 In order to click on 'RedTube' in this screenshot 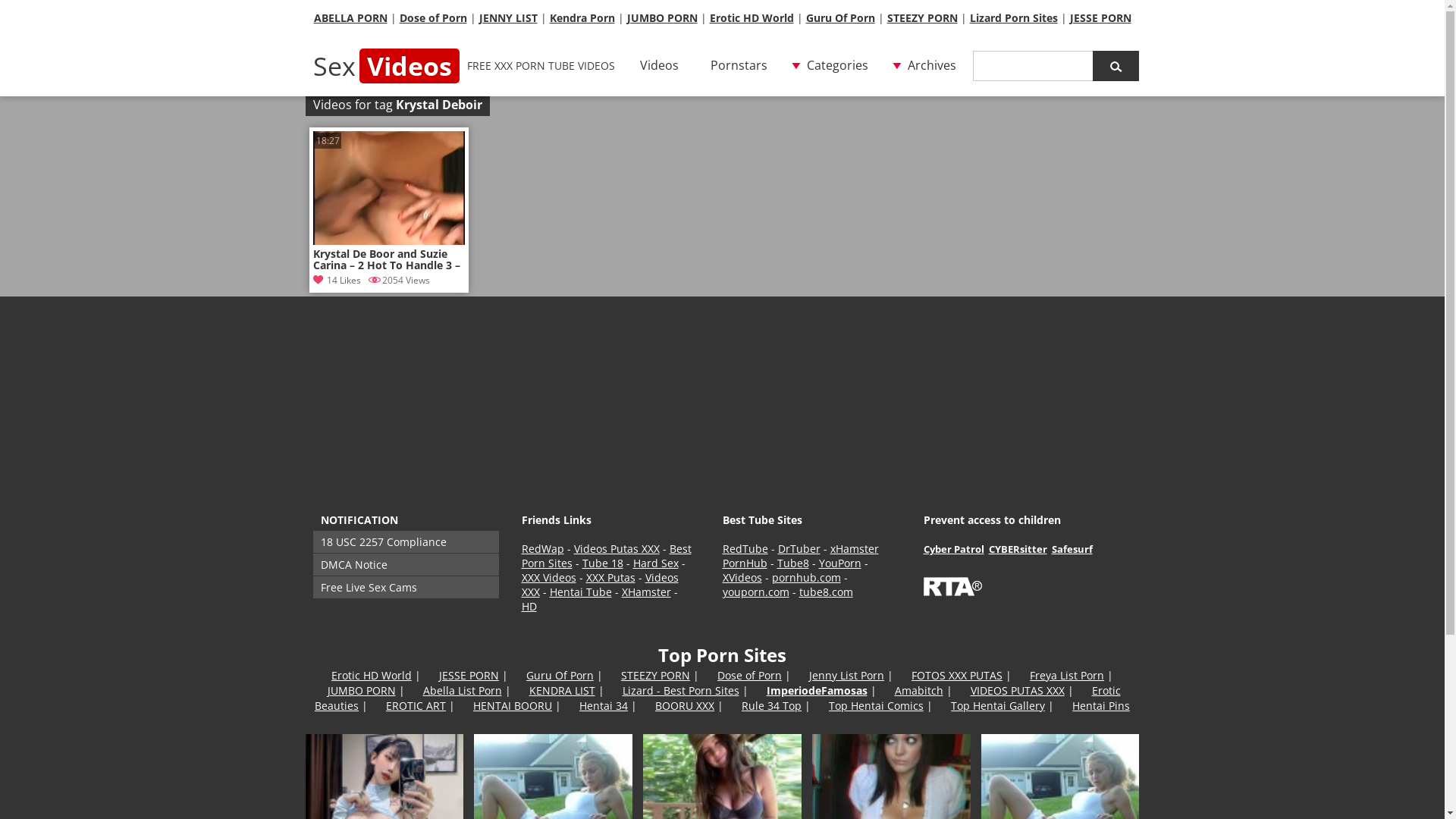, I will do `click(745, 548)`.